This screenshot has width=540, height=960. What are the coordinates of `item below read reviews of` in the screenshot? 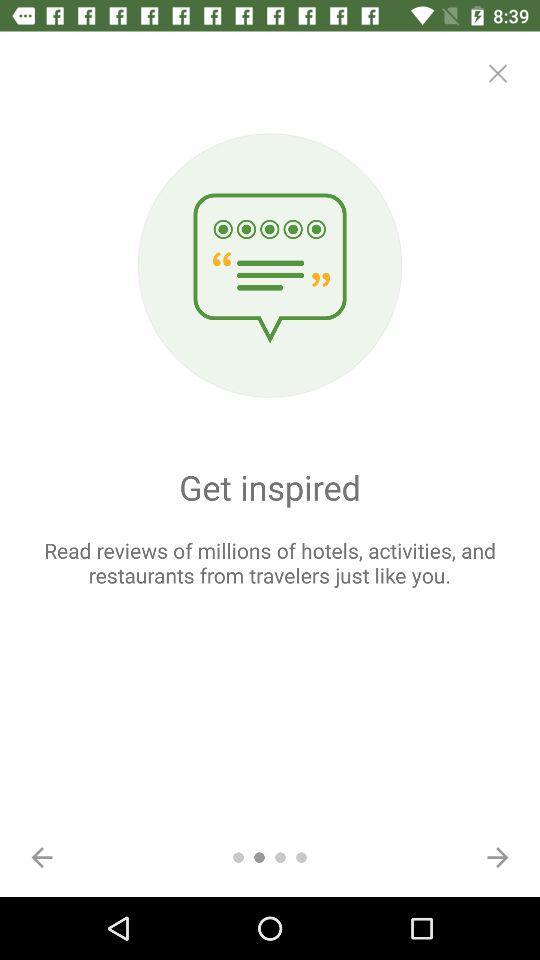 It's located at (42, 856).